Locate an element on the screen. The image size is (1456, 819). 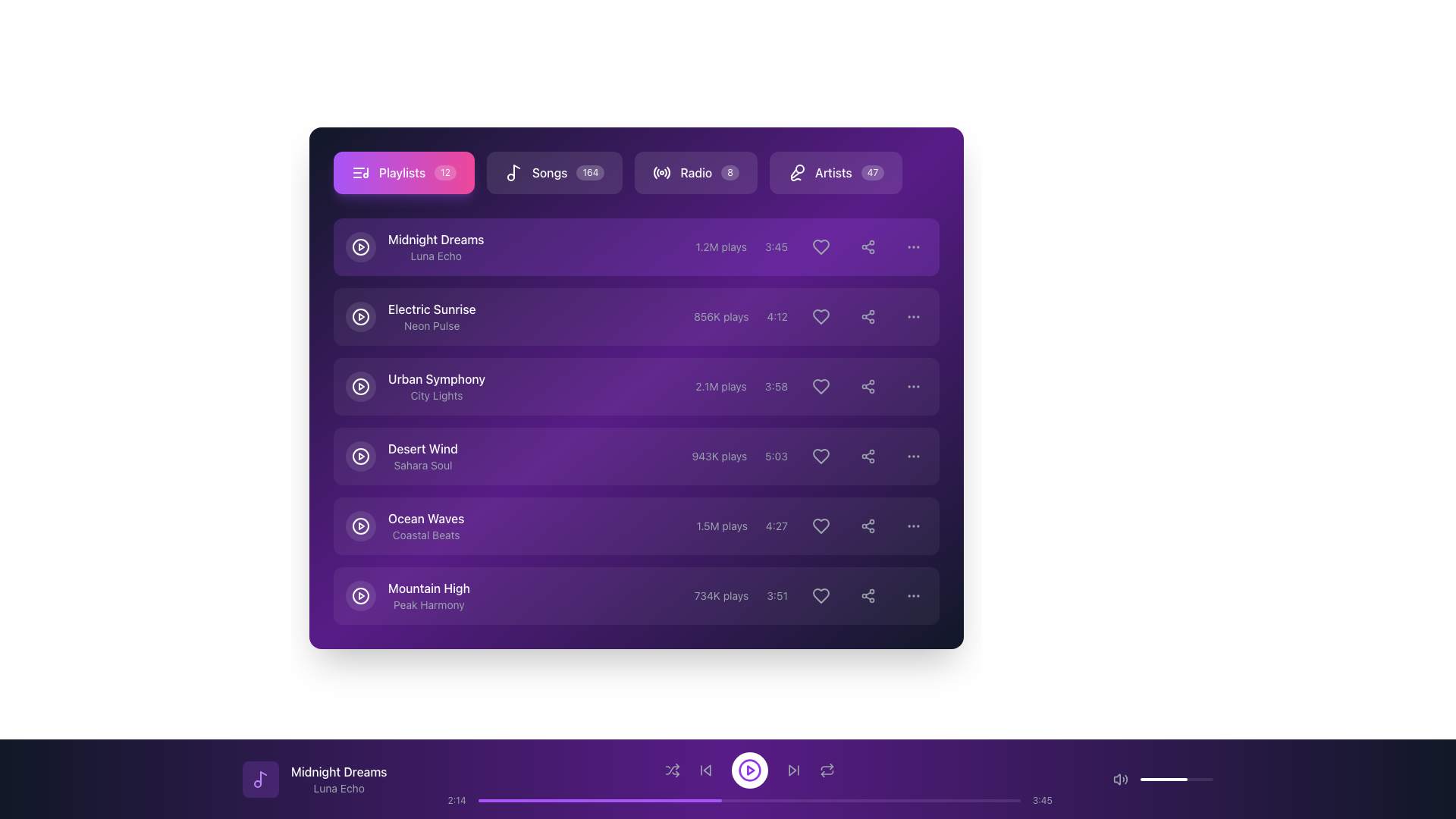
the 'Ocean Waves' text element, which is displayed in white color with medium font weight, located above 'Coastal Beats' in a playlist interface is located at coordinates (425, 517).